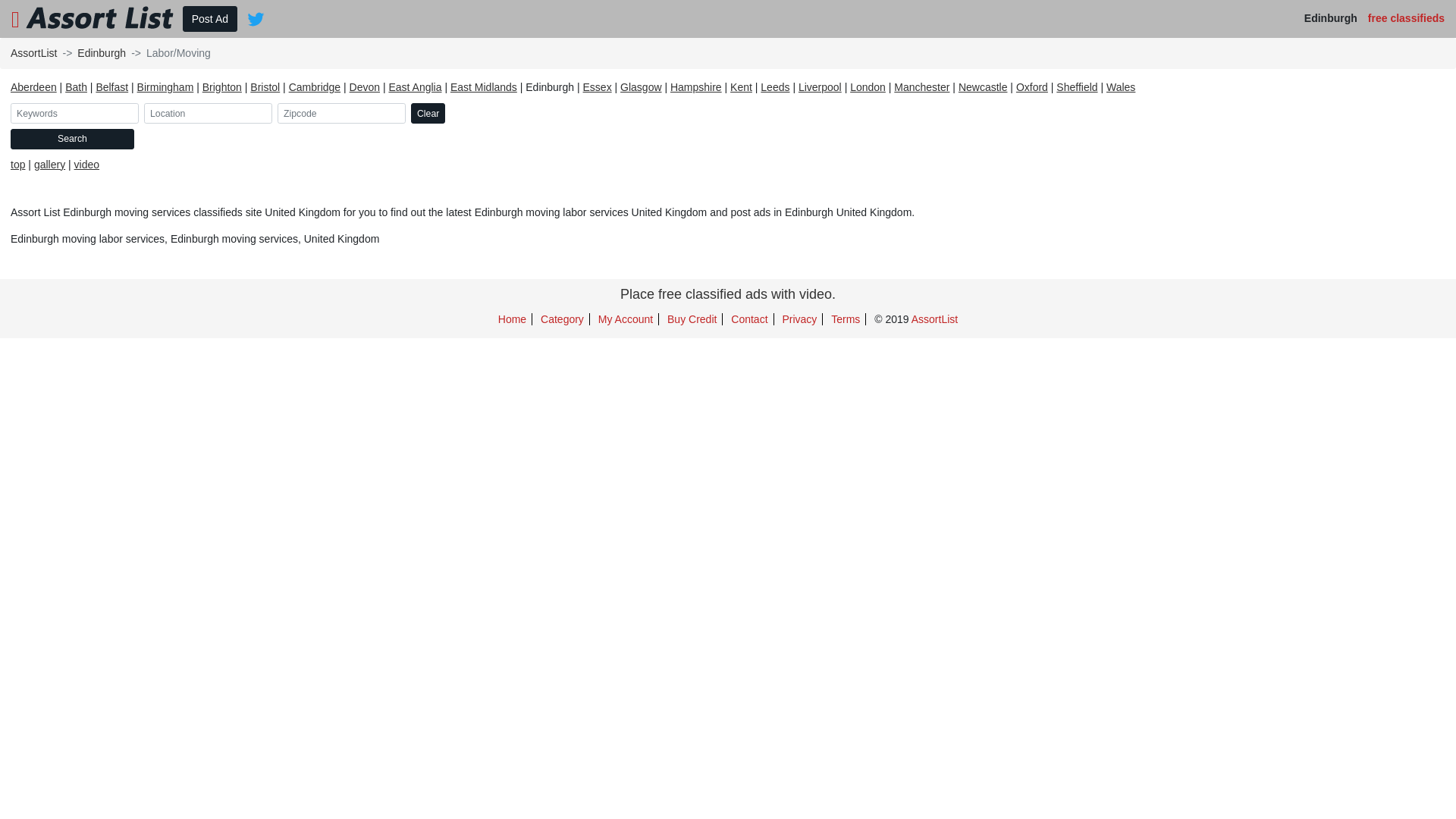  What do you see at coordinates (691, 318) in the screenshot?
I see `'Buy Credit'` at bounding box center [691, 318].